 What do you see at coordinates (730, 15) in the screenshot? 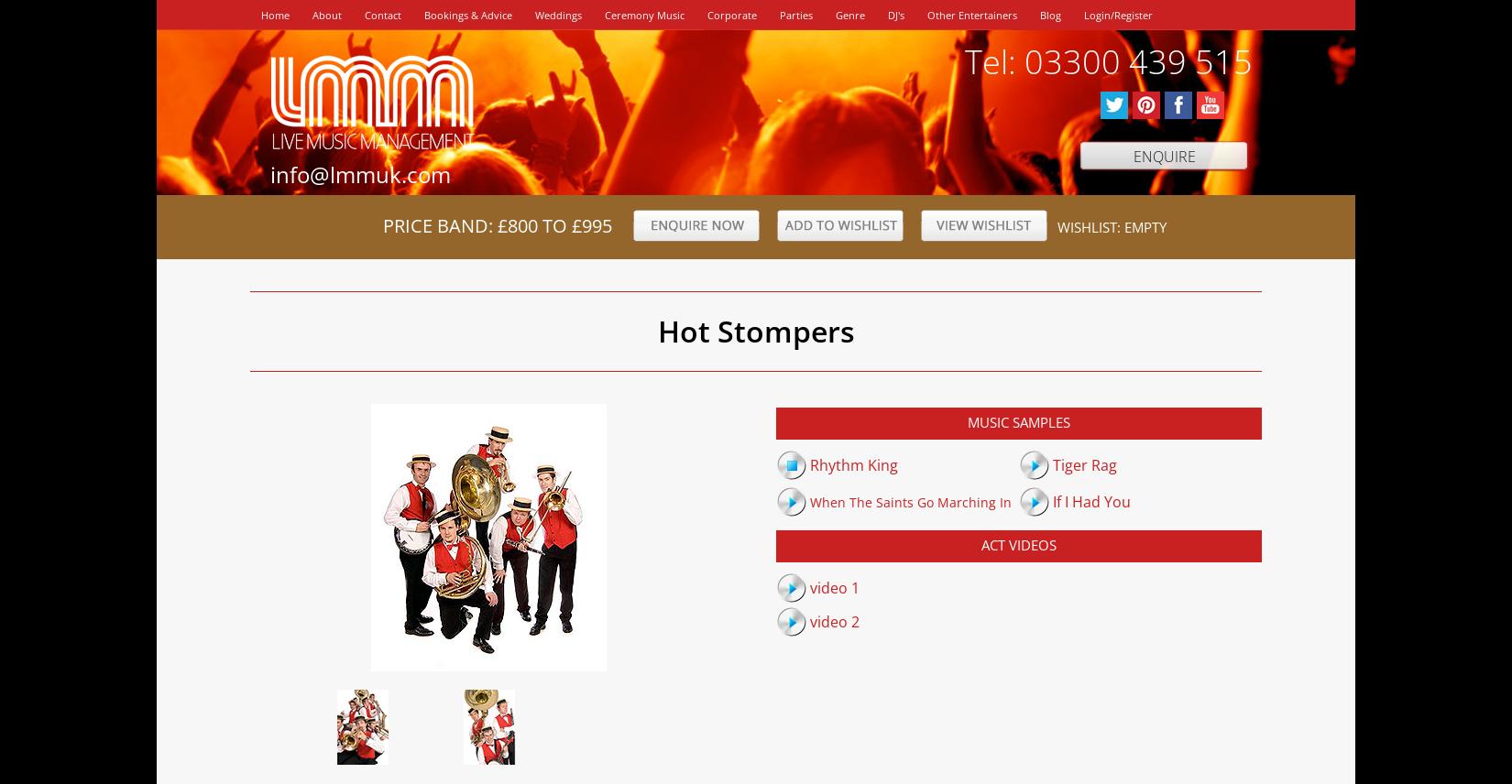
I see `'Corporate'` at bounding box center [730, 15].